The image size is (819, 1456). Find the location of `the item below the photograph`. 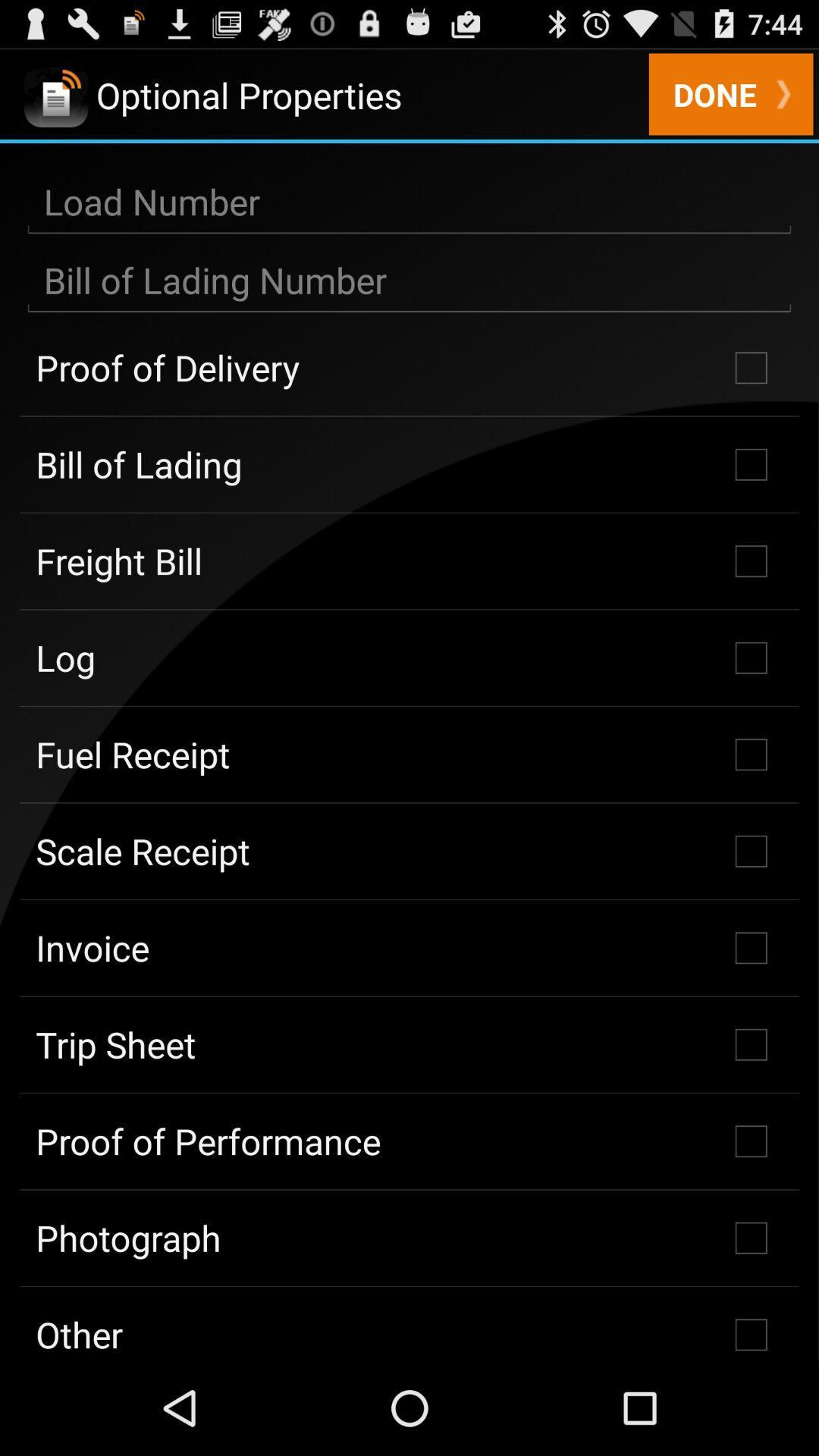

the item below the photograph is located at coordinates (409, 1323).